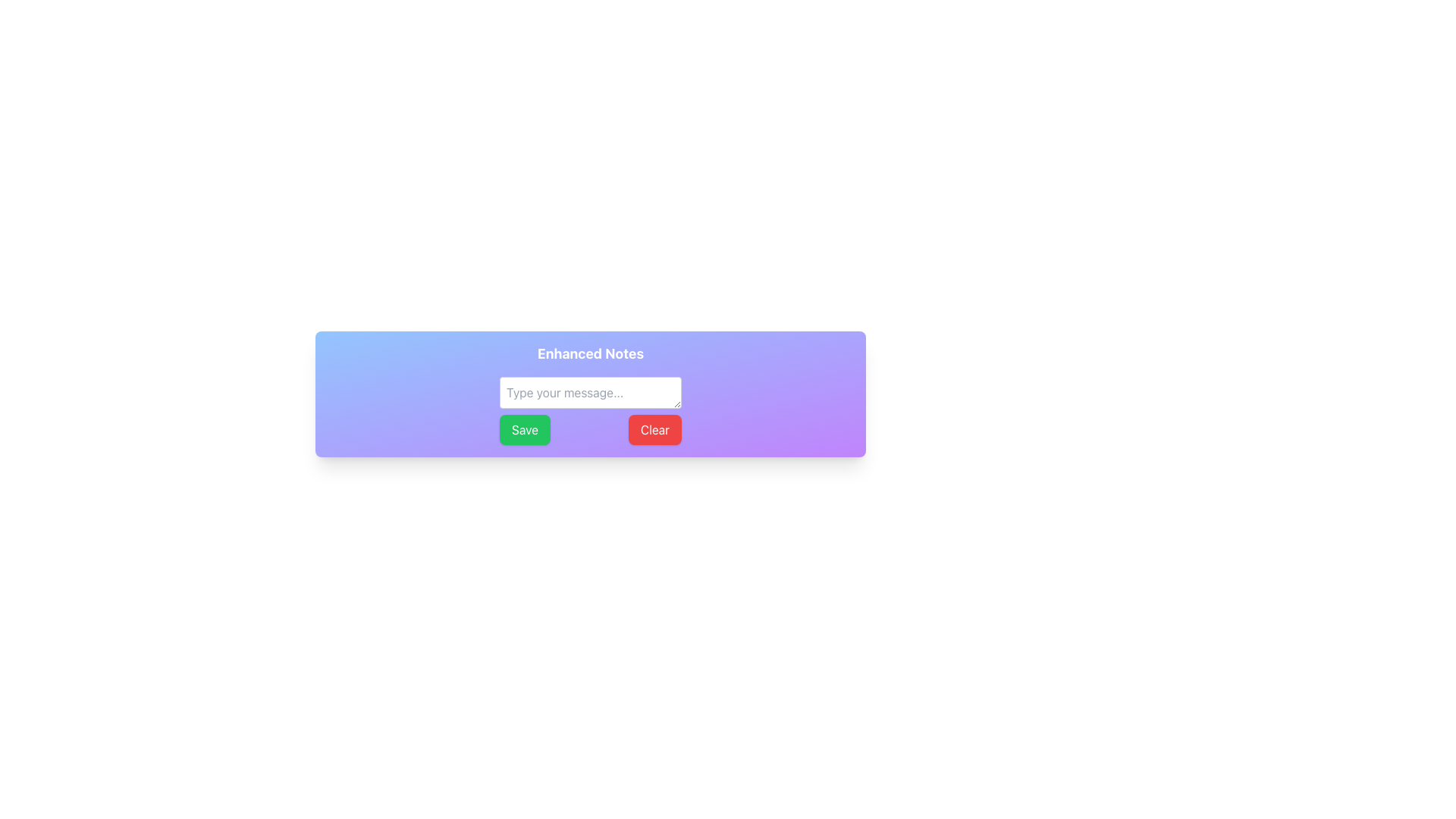 This screenshot has width=1456, height=819. Describe the element at coordinates (655, 430) in the screenshot. I see `the clear/reset button located to the right of the 'Save' button` at that location.